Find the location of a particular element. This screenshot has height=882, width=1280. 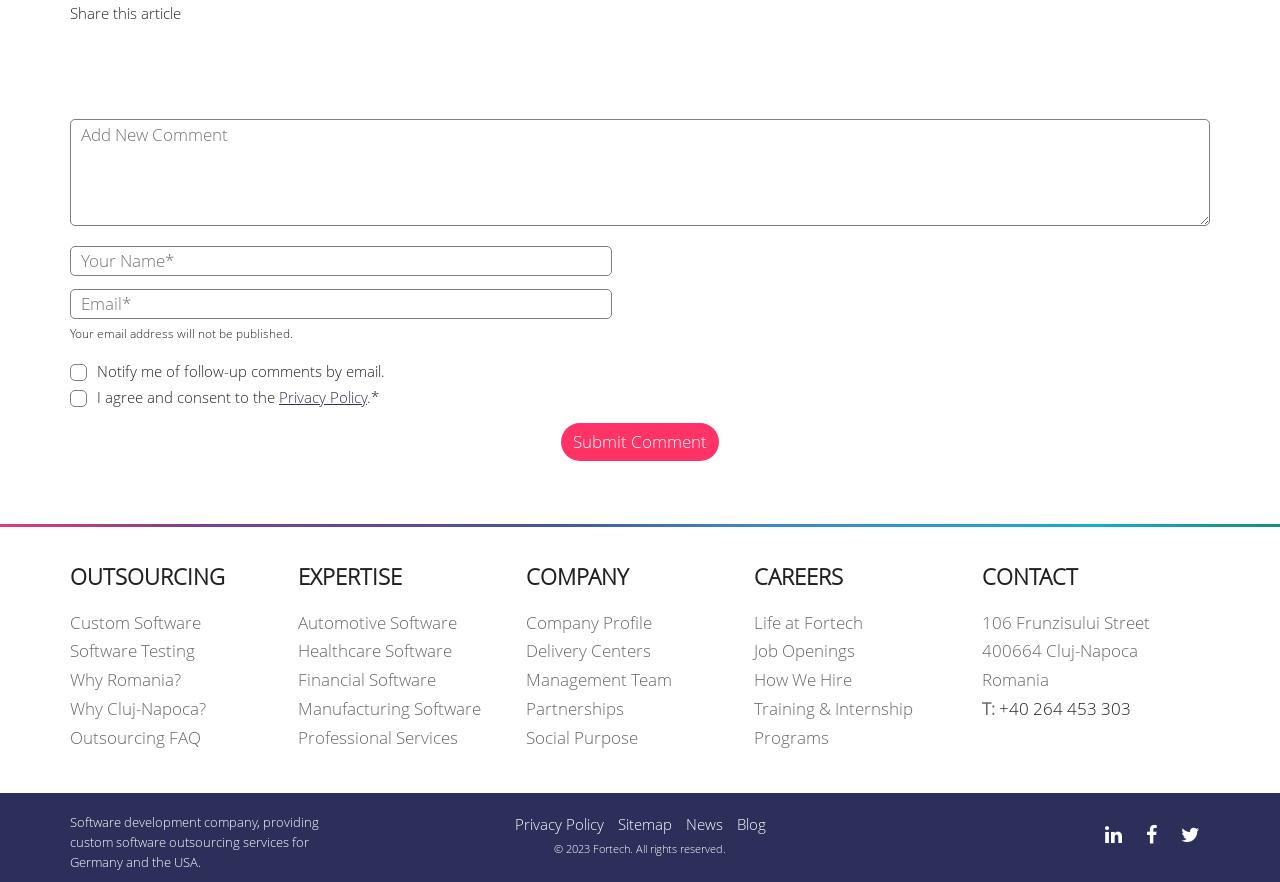

'400664' is located at coordinates (1014, 650).